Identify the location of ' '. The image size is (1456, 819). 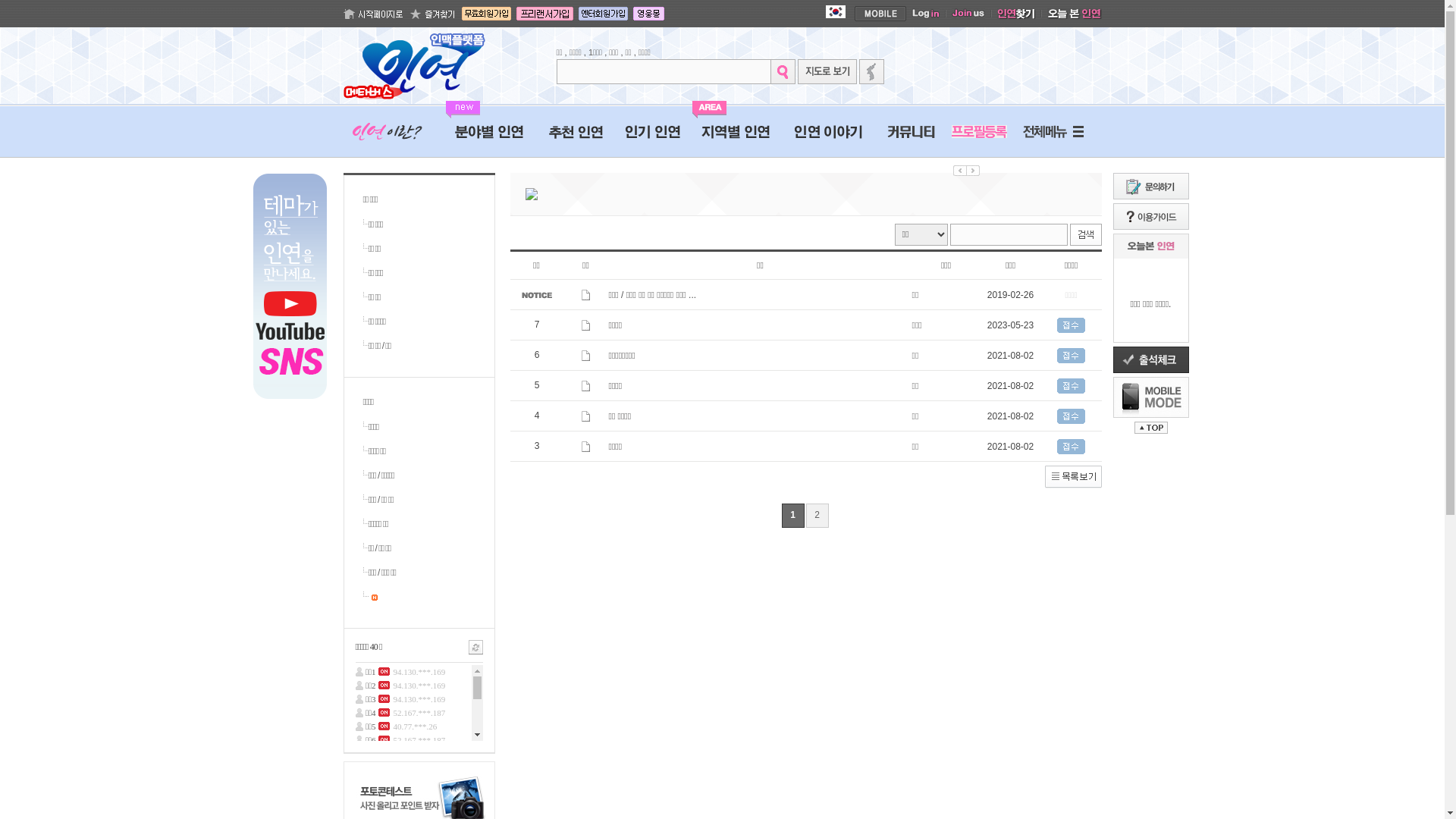
(373, 595).